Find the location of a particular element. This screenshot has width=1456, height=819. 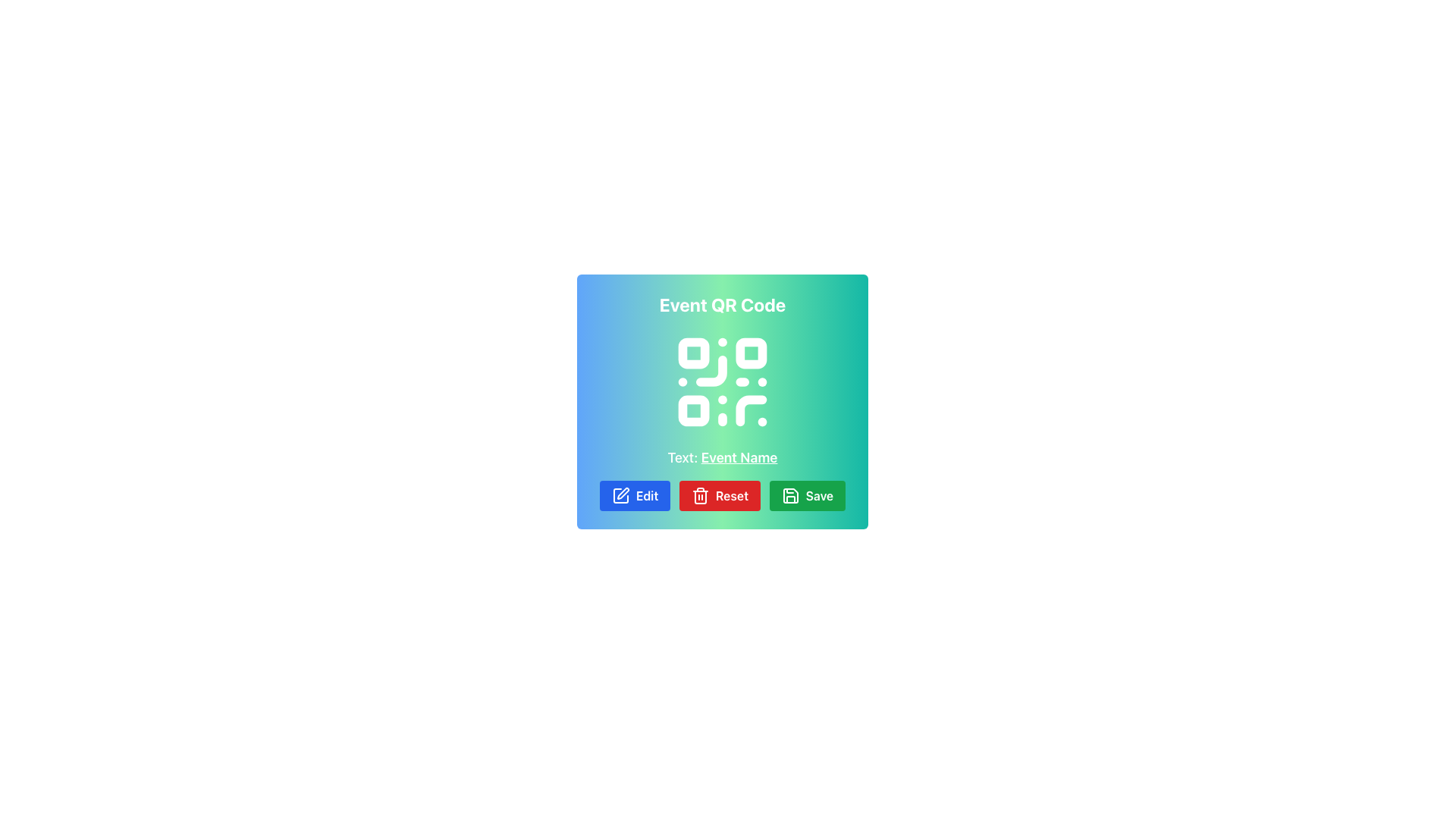

the 'Save' button located at the far right of the button group to commit changes made by the user is located at coordinates (807, 496).